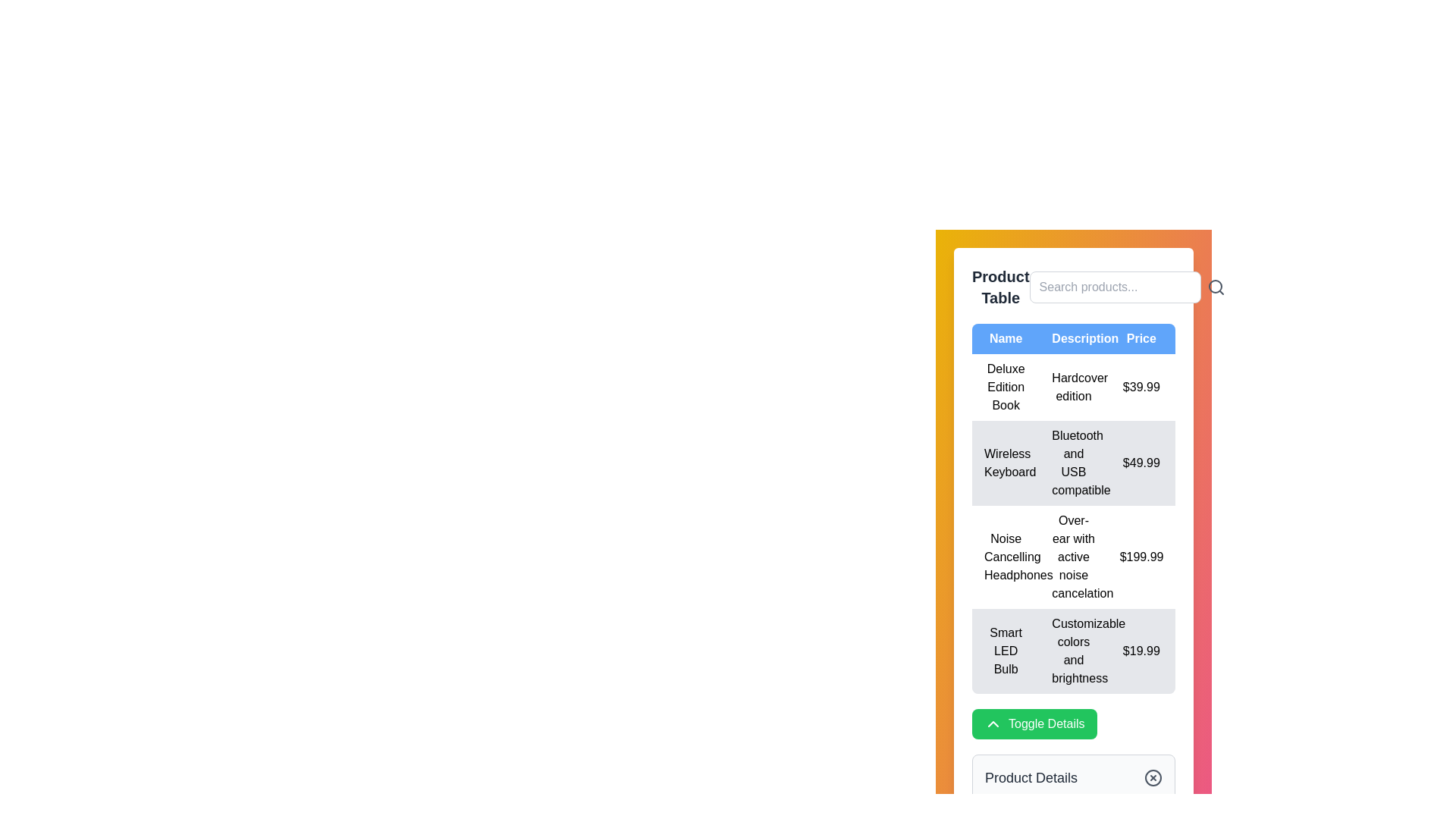 The width and height of the screenshot is (1456, 819). What do you see at coordinates (1073, 462) in the screenshot?
I see `the second row of the product table that contains details about the 'Wireless Keyboard'` at bounding box center [1073, 462].